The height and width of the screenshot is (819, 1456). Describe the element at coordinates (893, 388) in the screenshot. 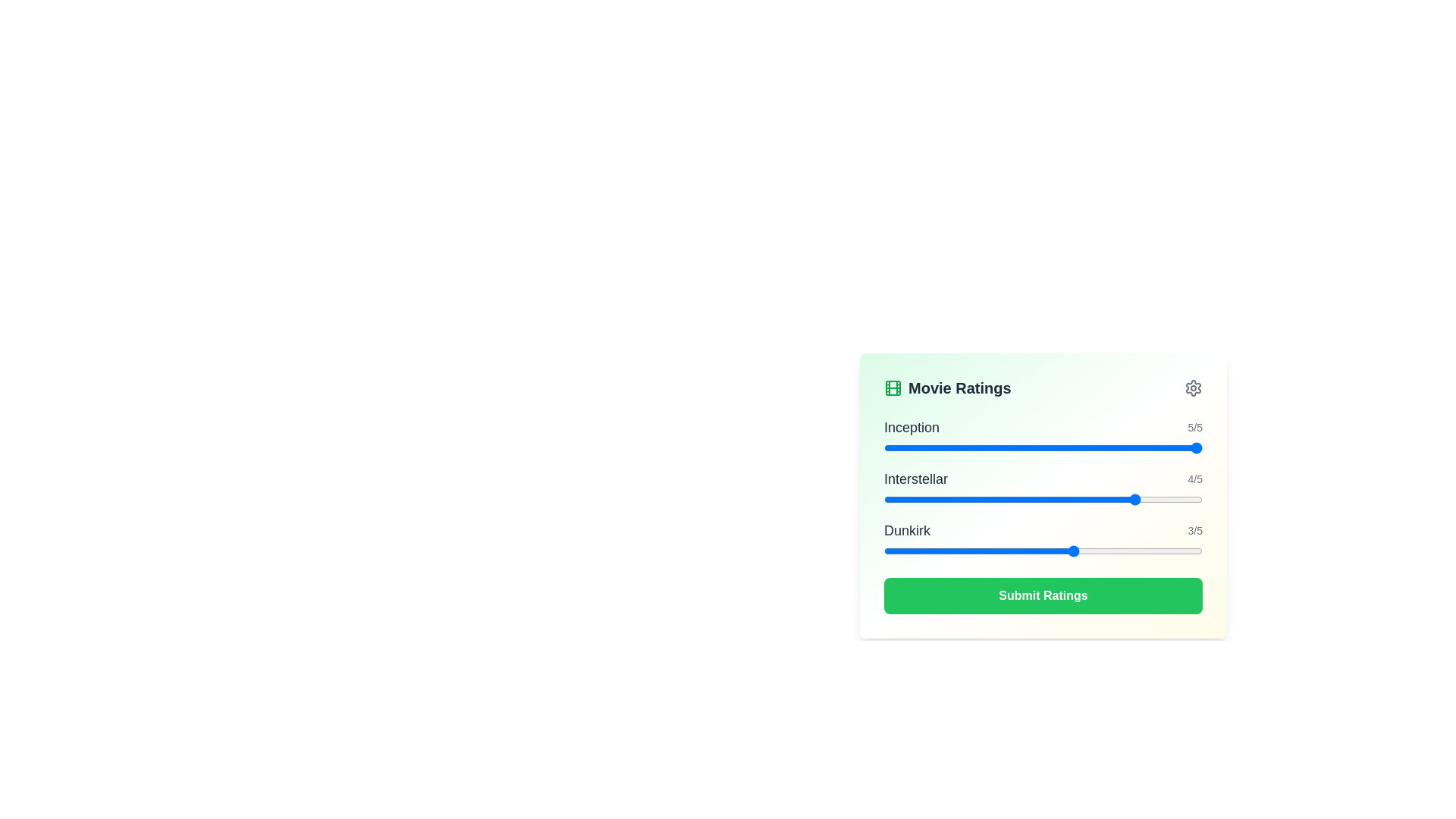

I see `the film reel icon with a green border located to the left of the 'Movie Ratings' title in the header section` at that location.